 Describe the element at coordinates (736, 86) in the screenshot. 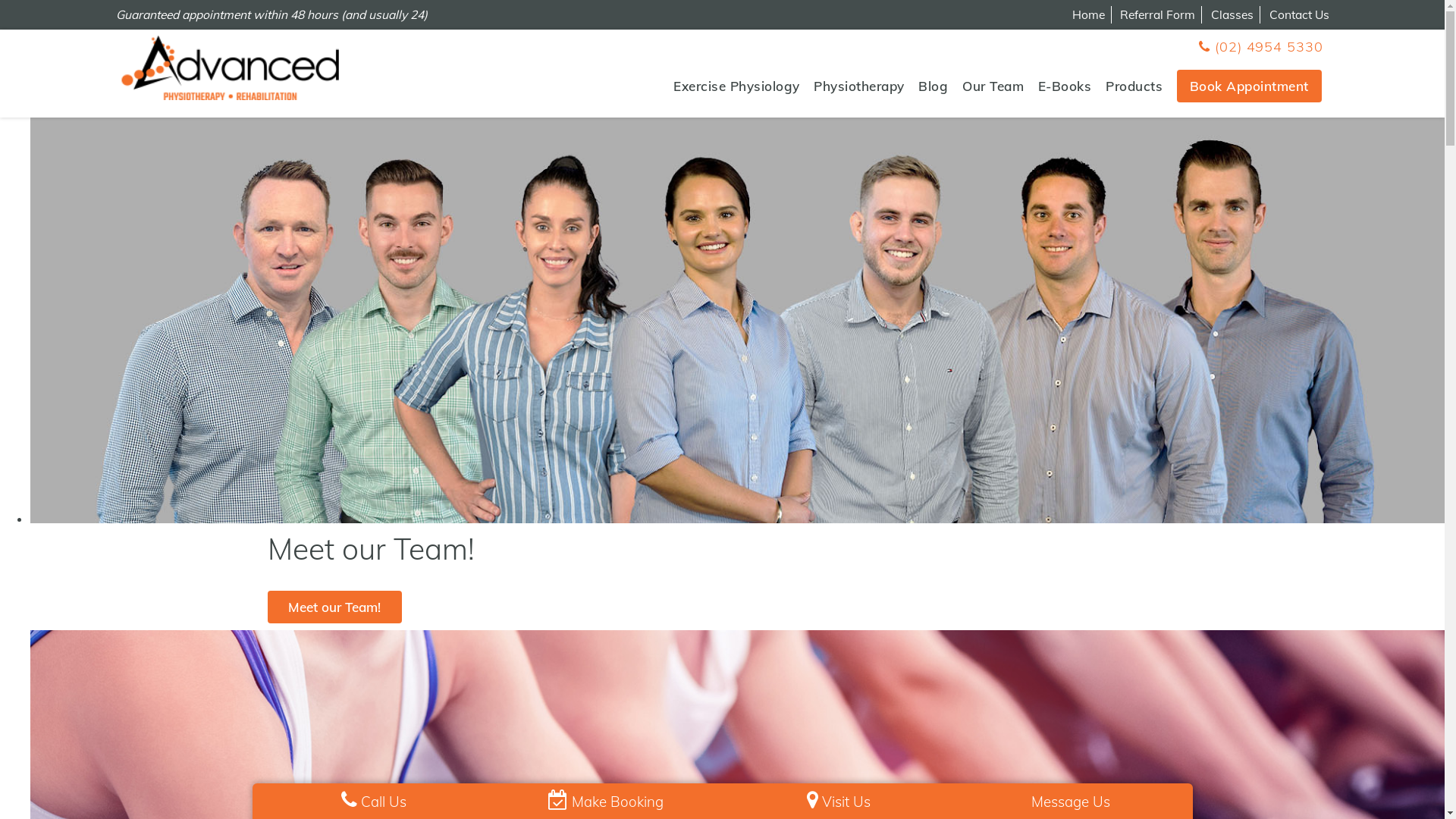

I see `'Exercise Physiology'` at that location.